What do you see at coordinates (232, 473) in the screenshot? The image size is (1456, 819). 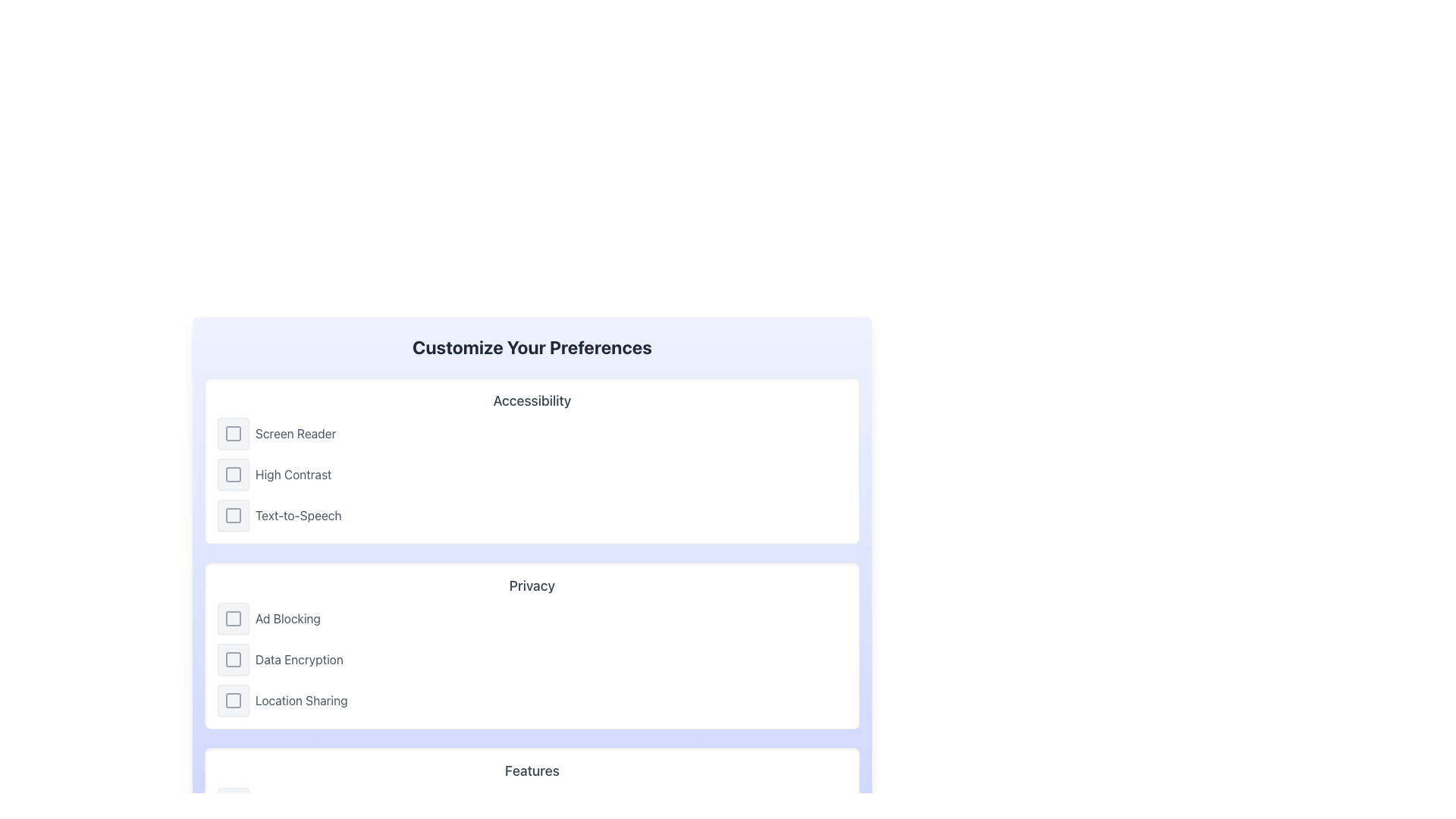 I see `the checkbox with a rounded border styled in gray, located next to the 'High Contrast' text in the 'Accessibility' section` at bounding box center [232, 473].